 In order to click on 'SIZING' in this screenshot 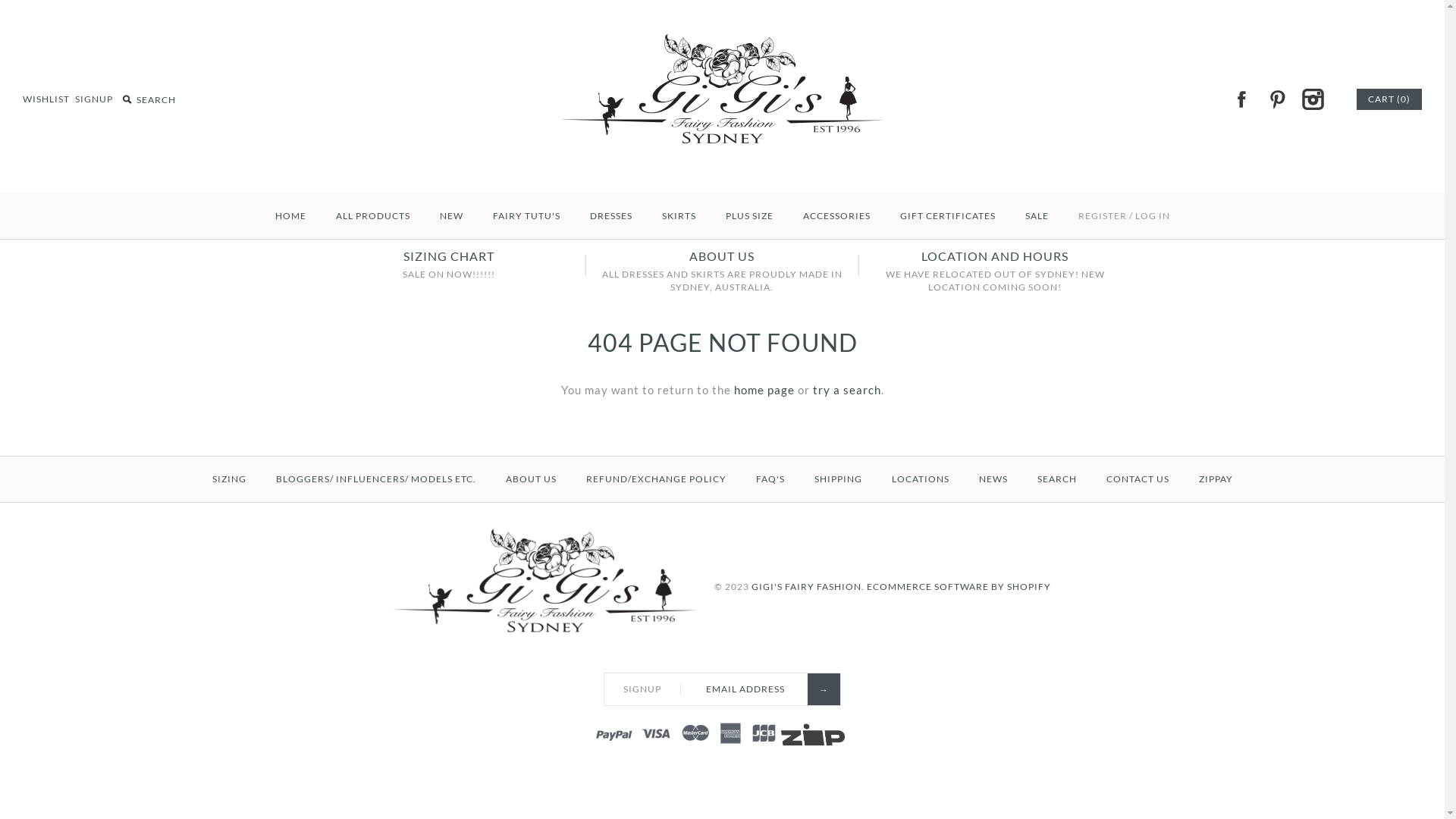, I will do `click(228, 479)`.